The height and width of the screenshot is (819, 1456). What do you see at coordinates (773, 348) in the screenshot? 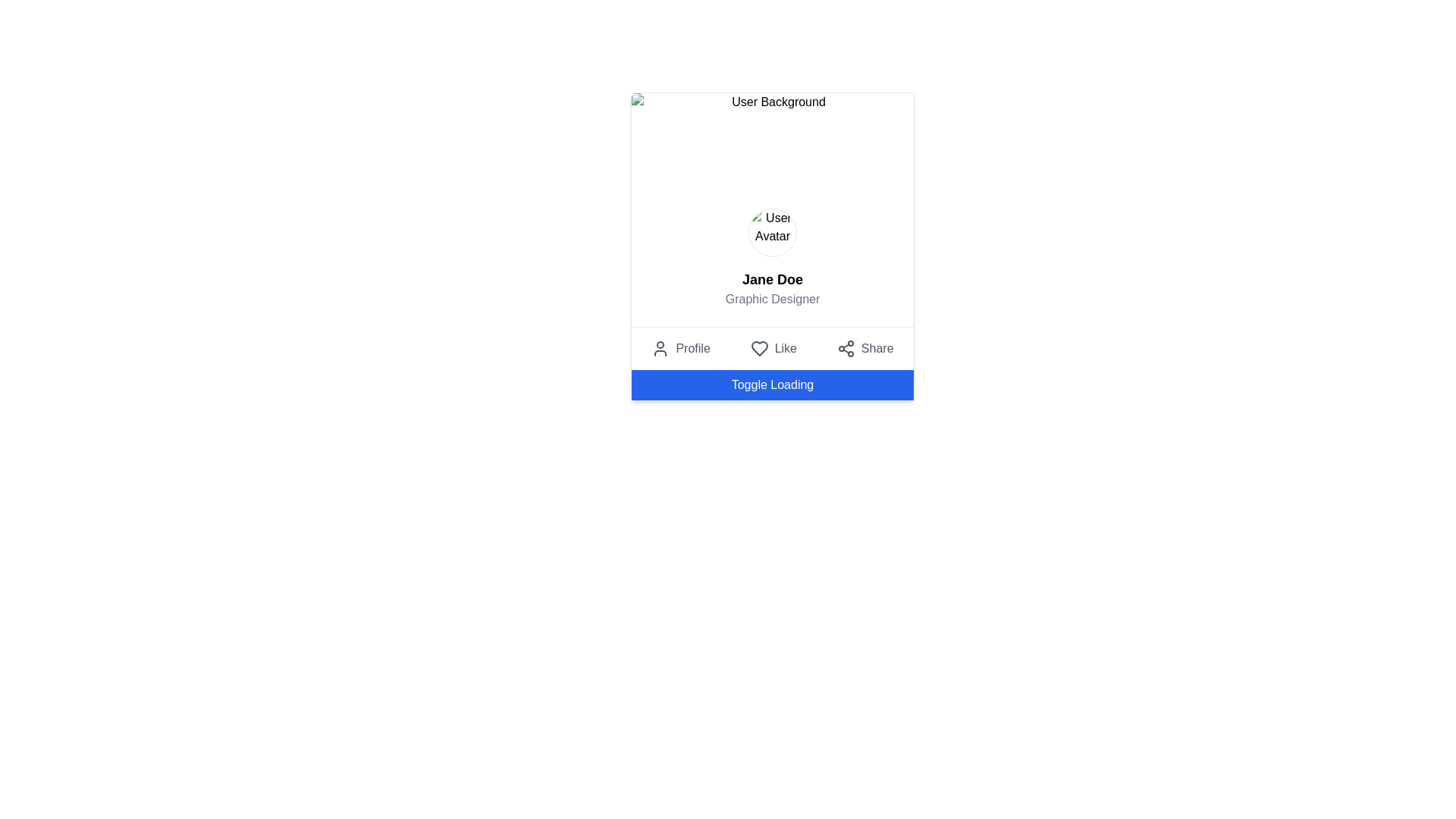
I see `the second button in a horizontal set of three buttons located in the footer section beneath a user profile card` at bounding box center [773, 348].